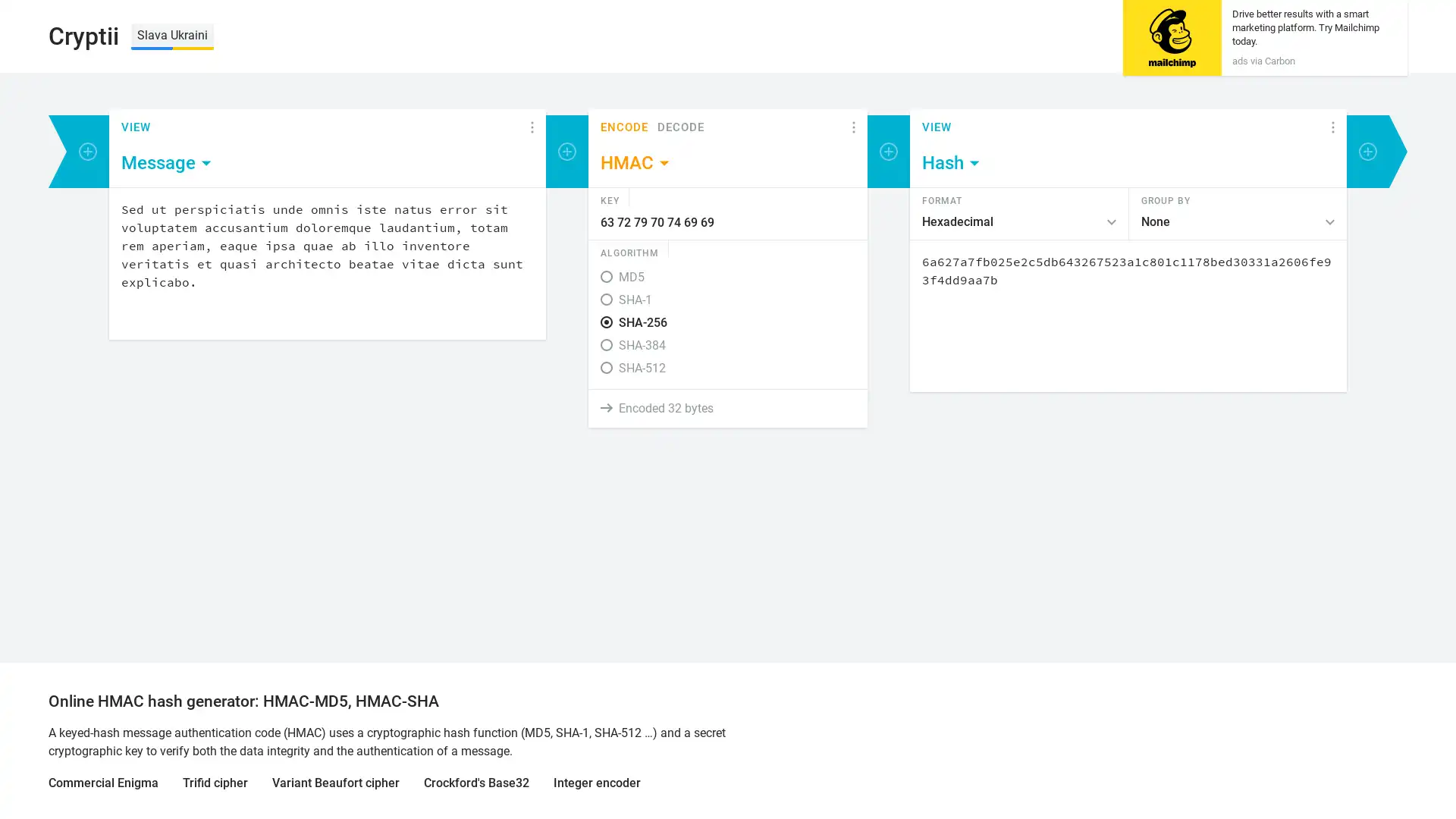  What do you see at coordinates (888, 152) in the screenshot?
I see `Add encoder or viewer` at bounding box center [888, 152].